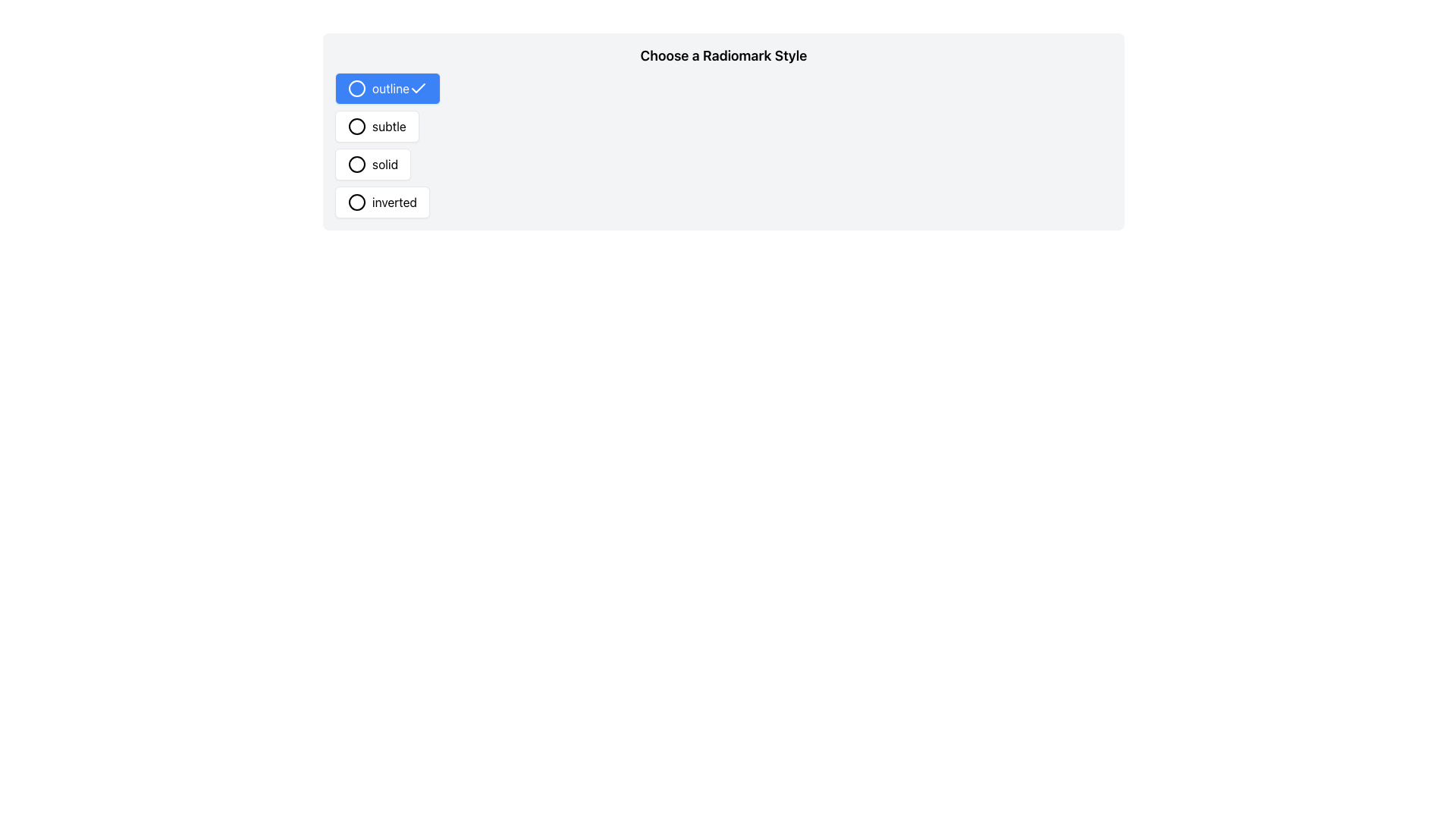 The image size is (1456, 819). I want to click on the radio button represented by the inner SVG Circle, which is the second option in the selection menu, indicating its state as selected, so click(356, 164).